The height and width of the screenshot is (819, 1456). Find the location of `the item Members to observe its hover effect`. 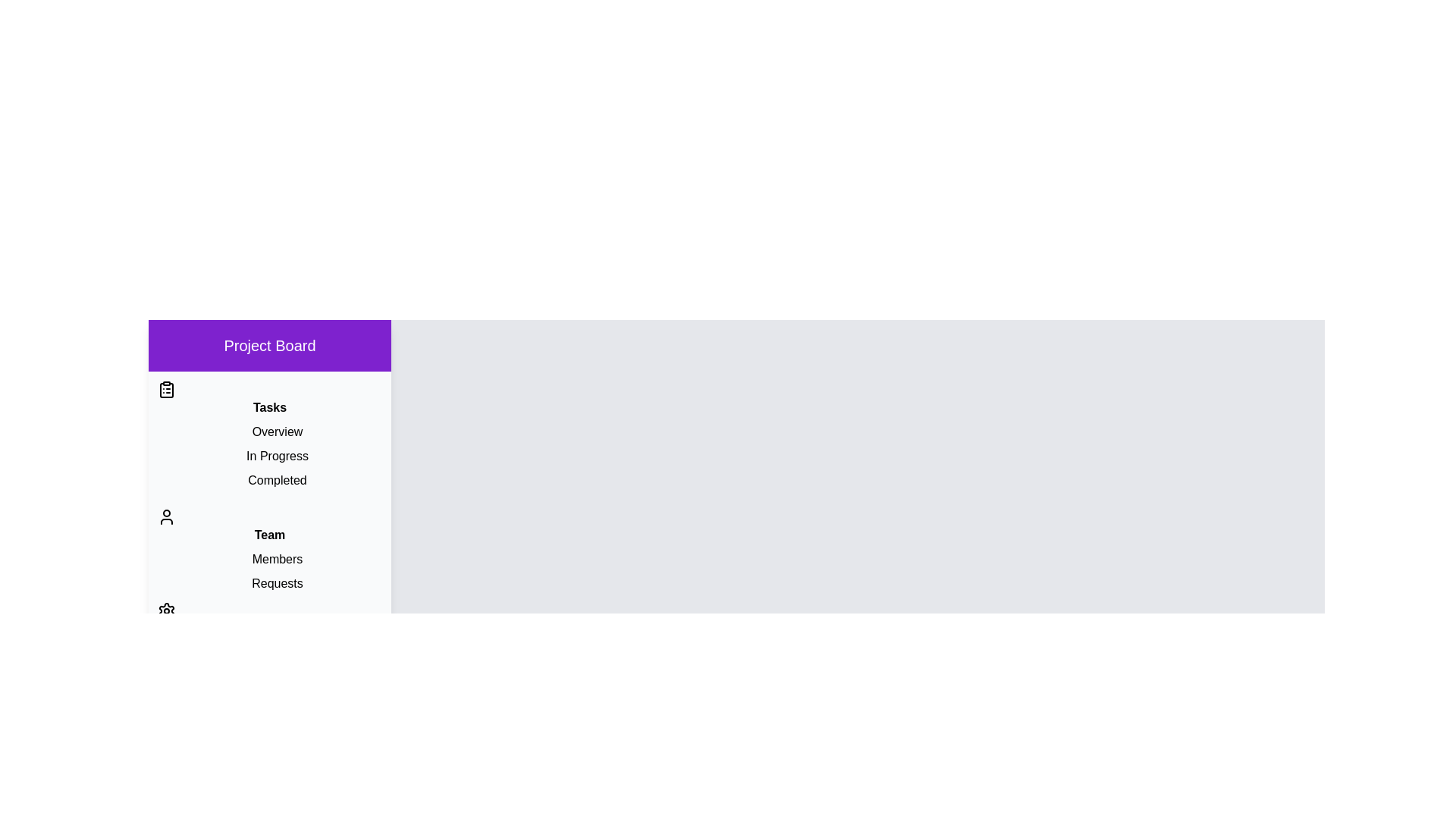

the item Members to observe its hover effect is located at coordinates (269, 559).